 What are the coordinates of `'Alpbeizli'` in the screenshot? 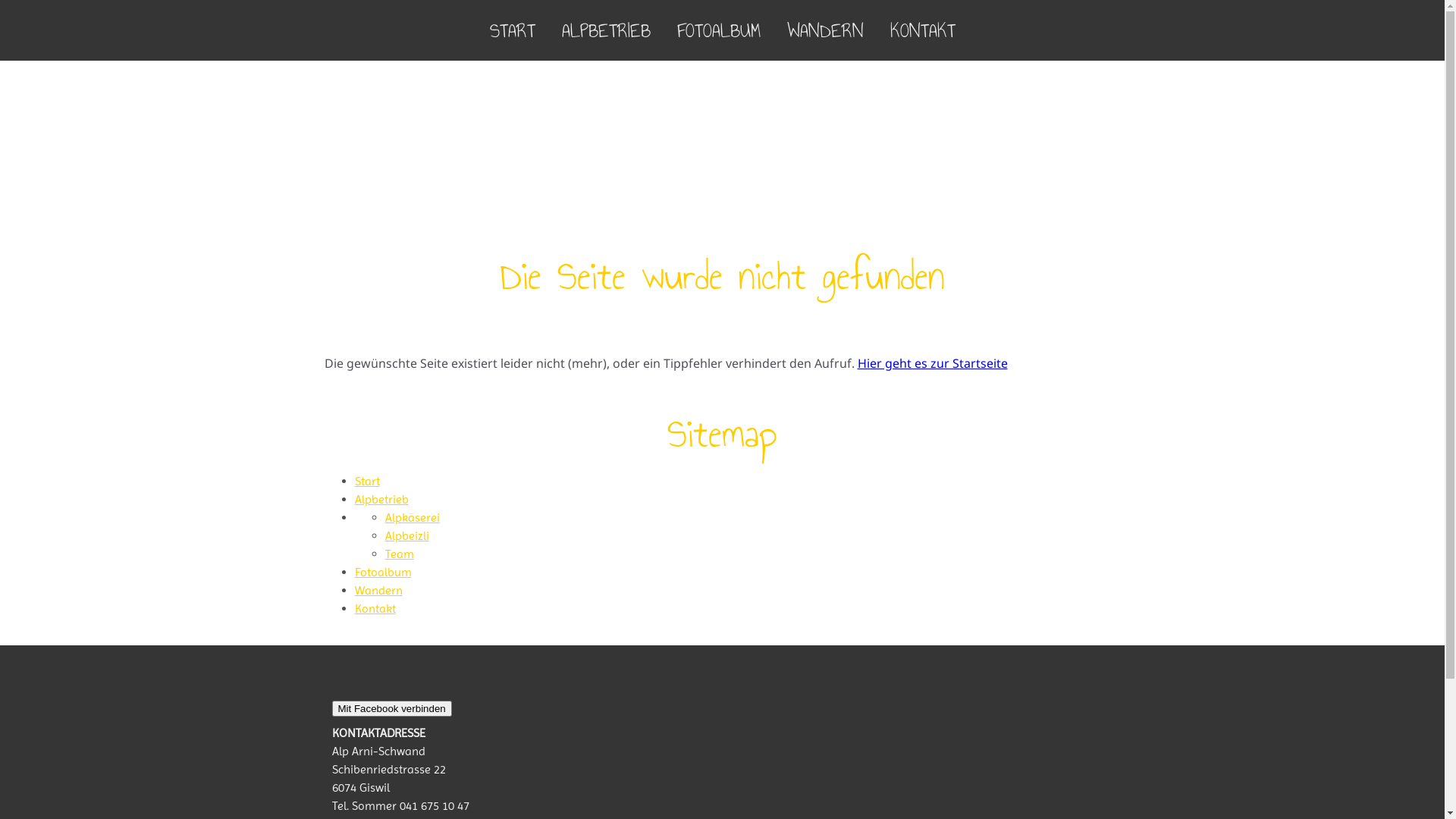 It's located at (407, 535).